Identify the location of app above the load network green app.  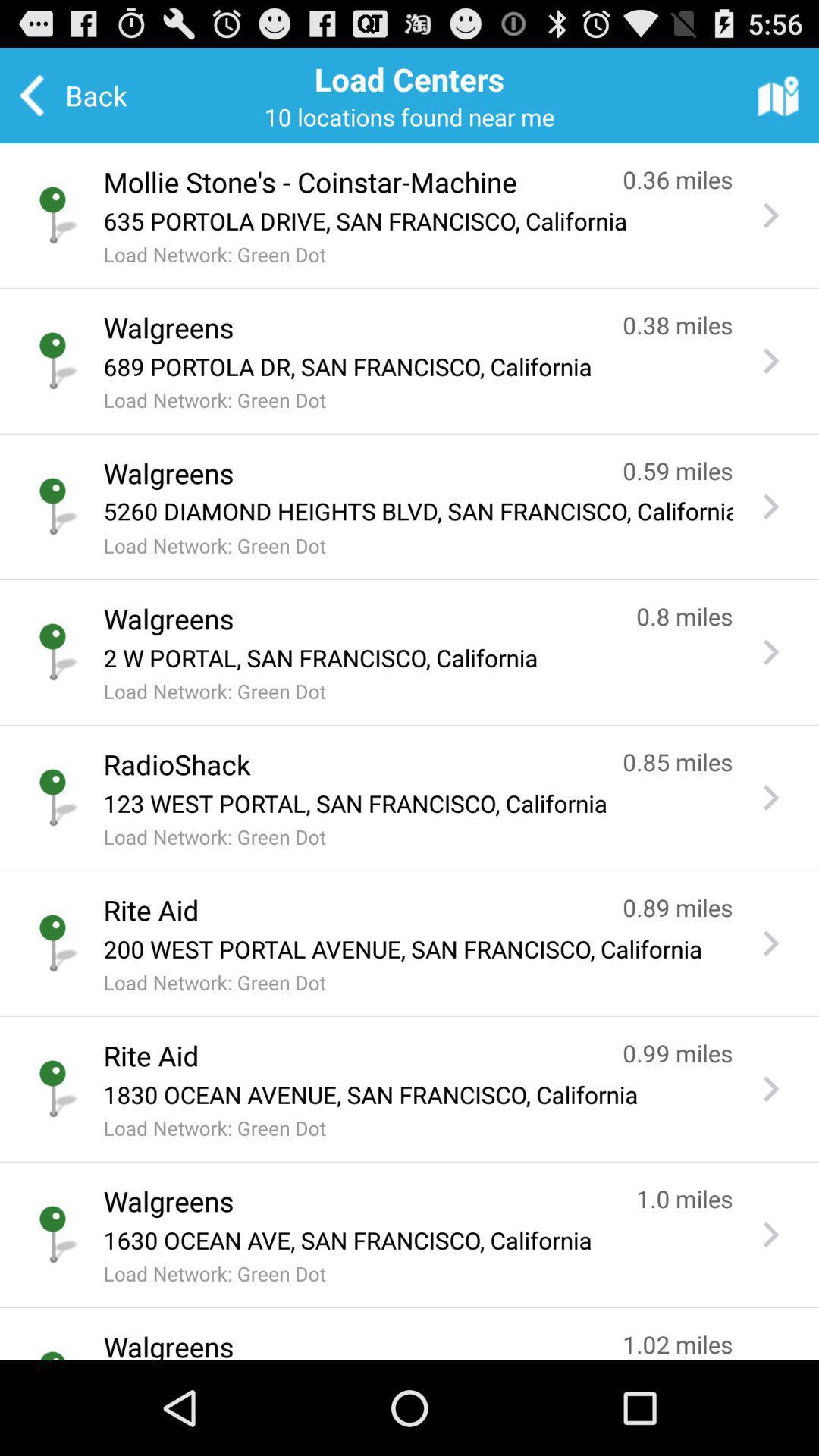
(418, 220).